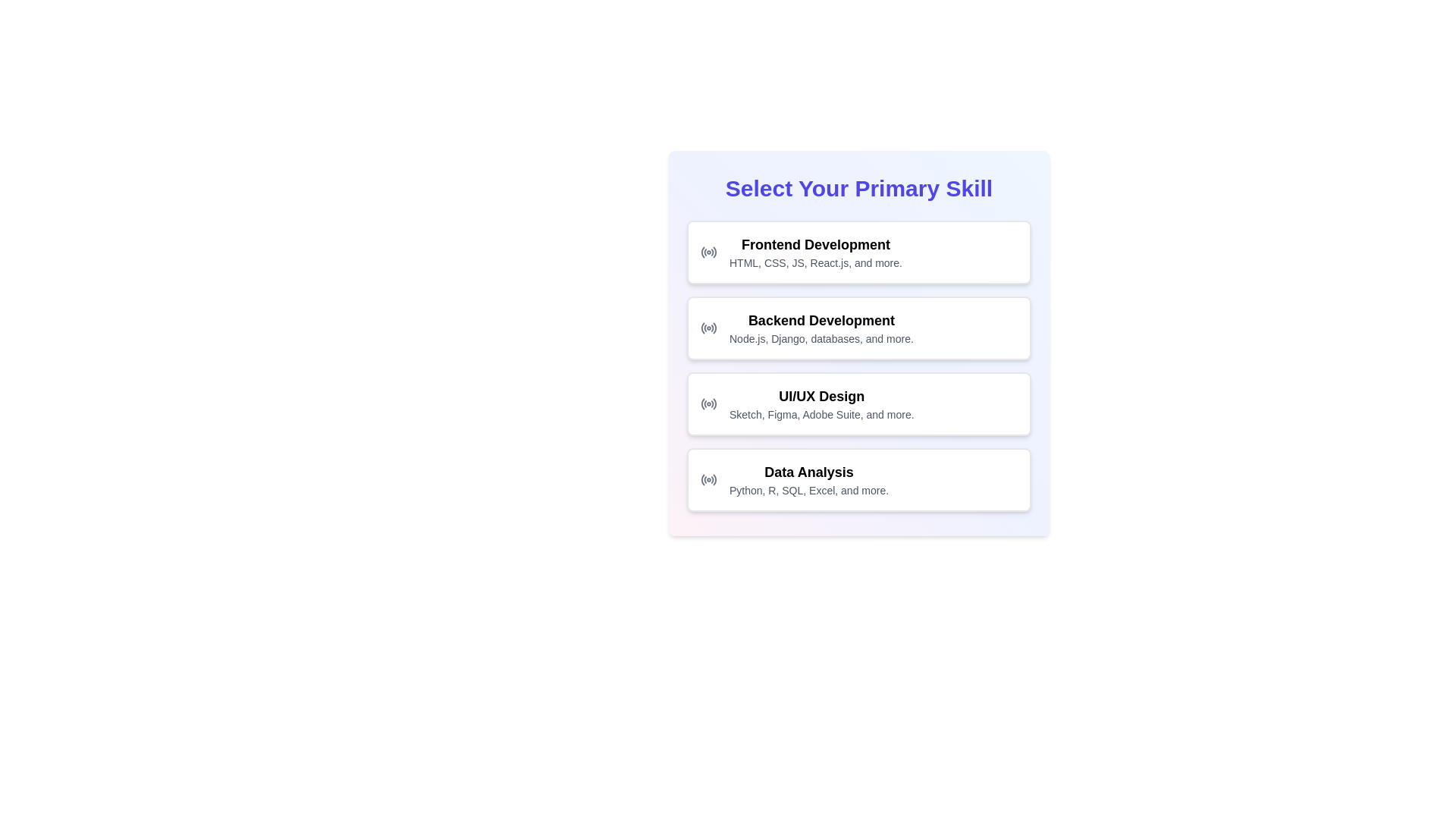 The height and width of the screenshot is (819, 1456). What do you see at coordinates (808, 479) in the screenshot?
I see `the Text label for the Data Analysis selection option, located in the fourth card of a vertical list, positioned below the 'UI/UX Design' title` at bounding box center [808, 479].